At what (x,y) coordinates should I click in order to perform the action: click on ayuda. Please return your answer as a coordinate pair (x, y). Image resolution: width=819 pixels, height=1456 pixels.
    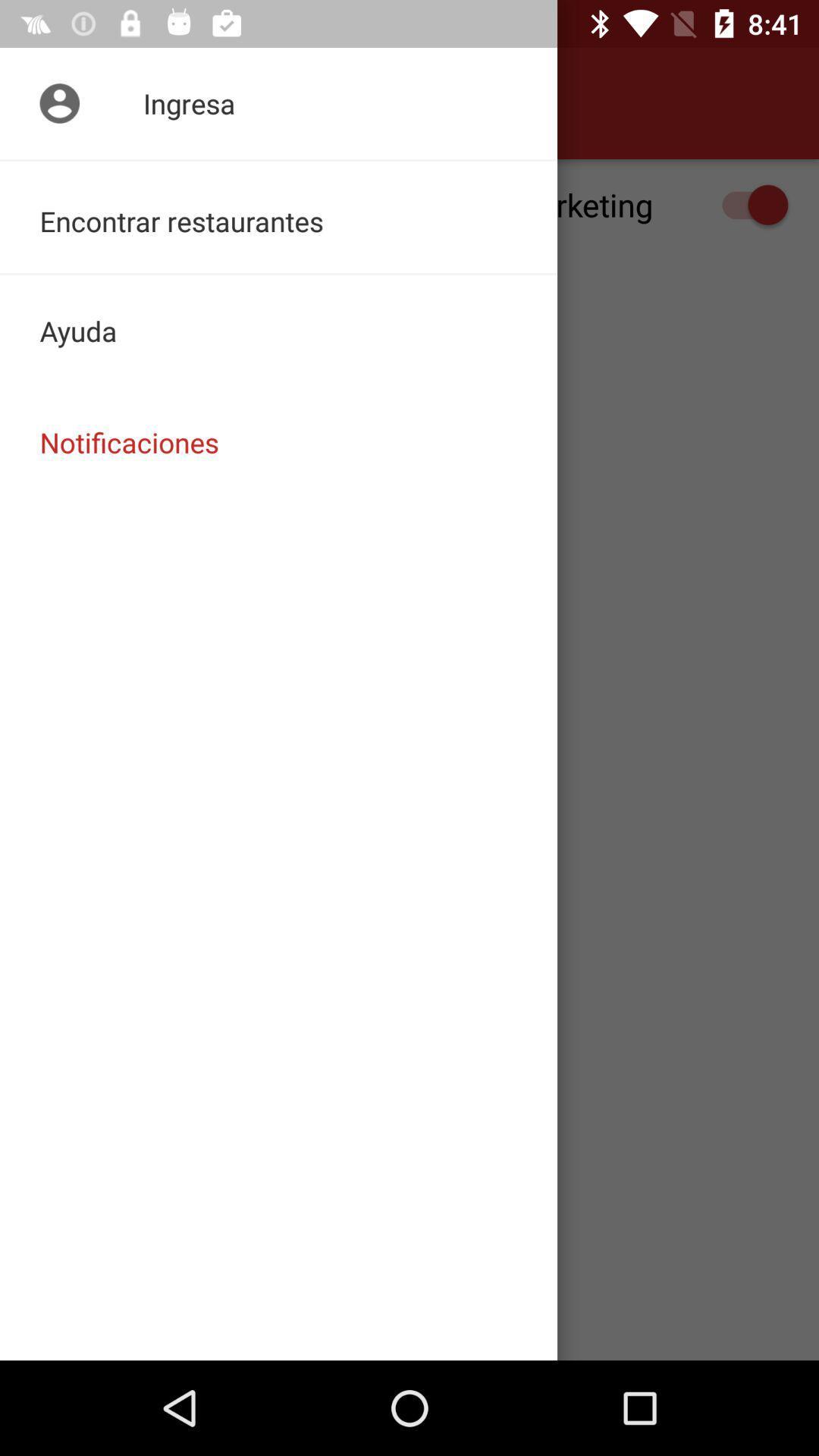
    Looking at the image, I should click on (278, 330).